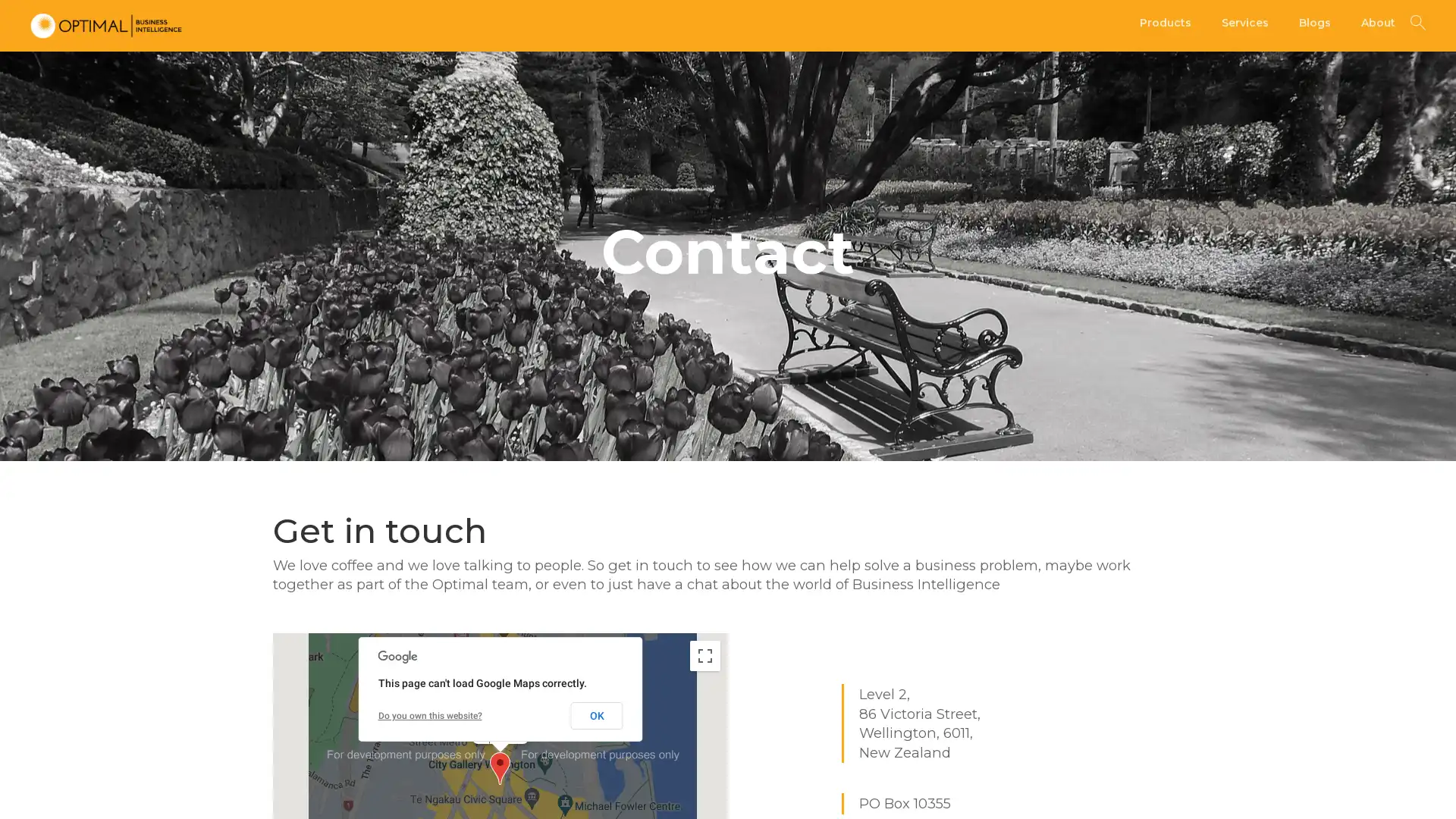  Describe the element at coordinates (500, 767) in the screenshot. I see `Map pin showing location of OptimalHQ` at that location.